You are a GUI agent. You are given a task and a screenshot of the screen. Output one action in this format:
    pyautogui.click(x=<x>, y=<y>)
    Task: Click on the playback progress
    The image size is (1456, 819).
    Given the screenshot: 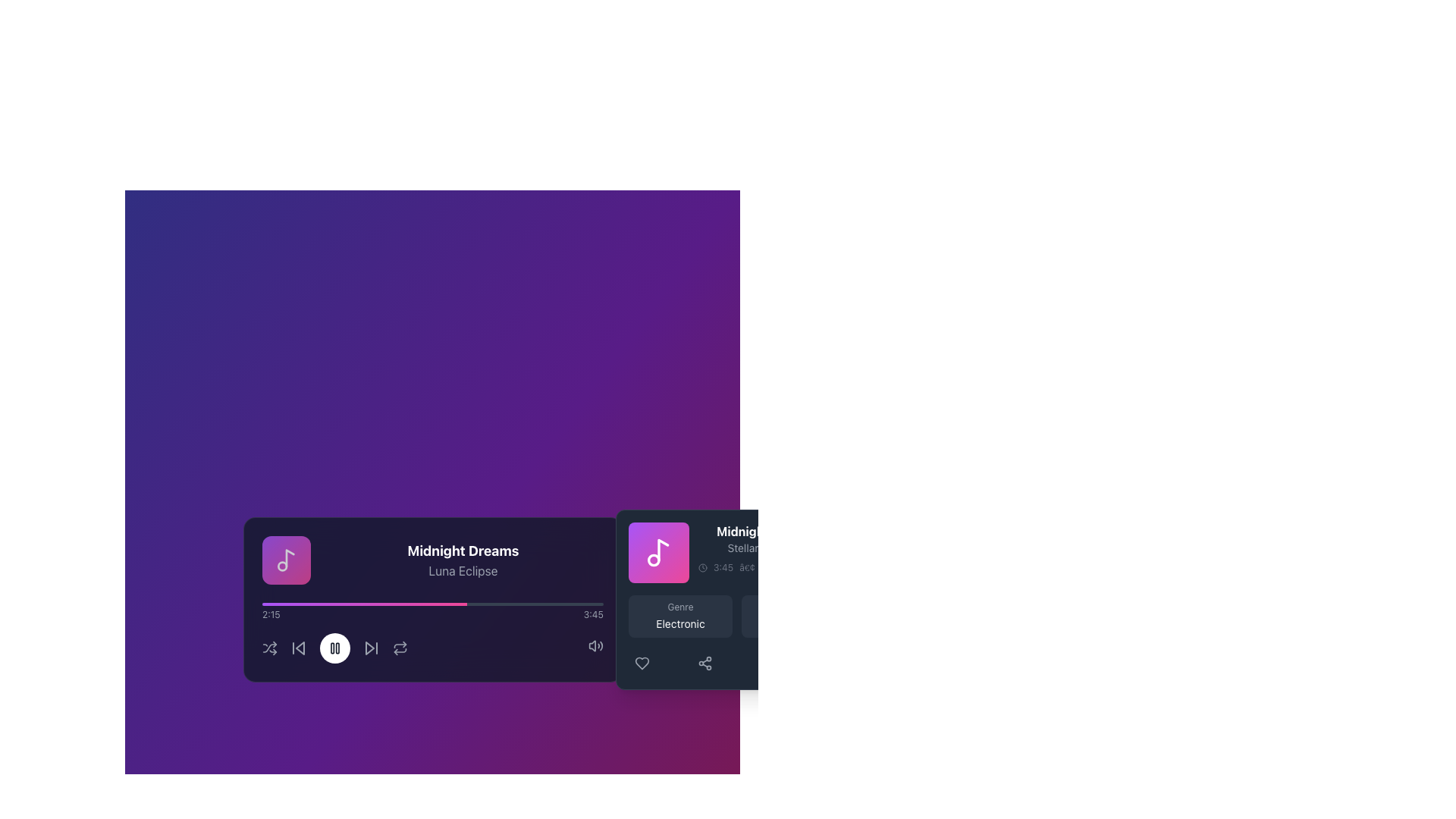 What is the action you would take?
    pyautogui.click(x=356, y=604)
    